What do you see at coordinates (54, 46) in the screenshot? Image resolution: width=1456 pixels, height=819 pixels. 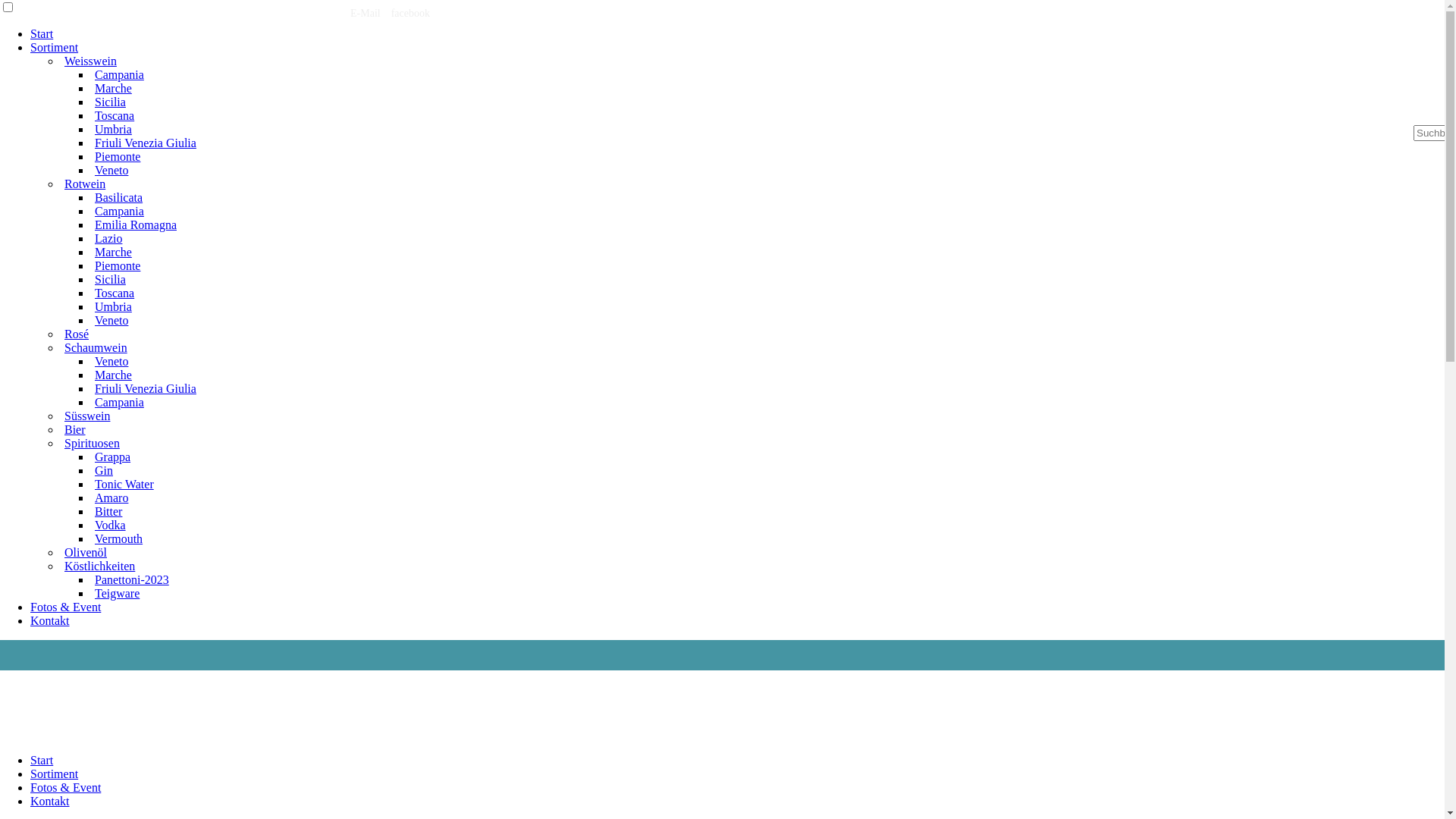 I see `'Sortiment'` at bounding box center [54, 46].